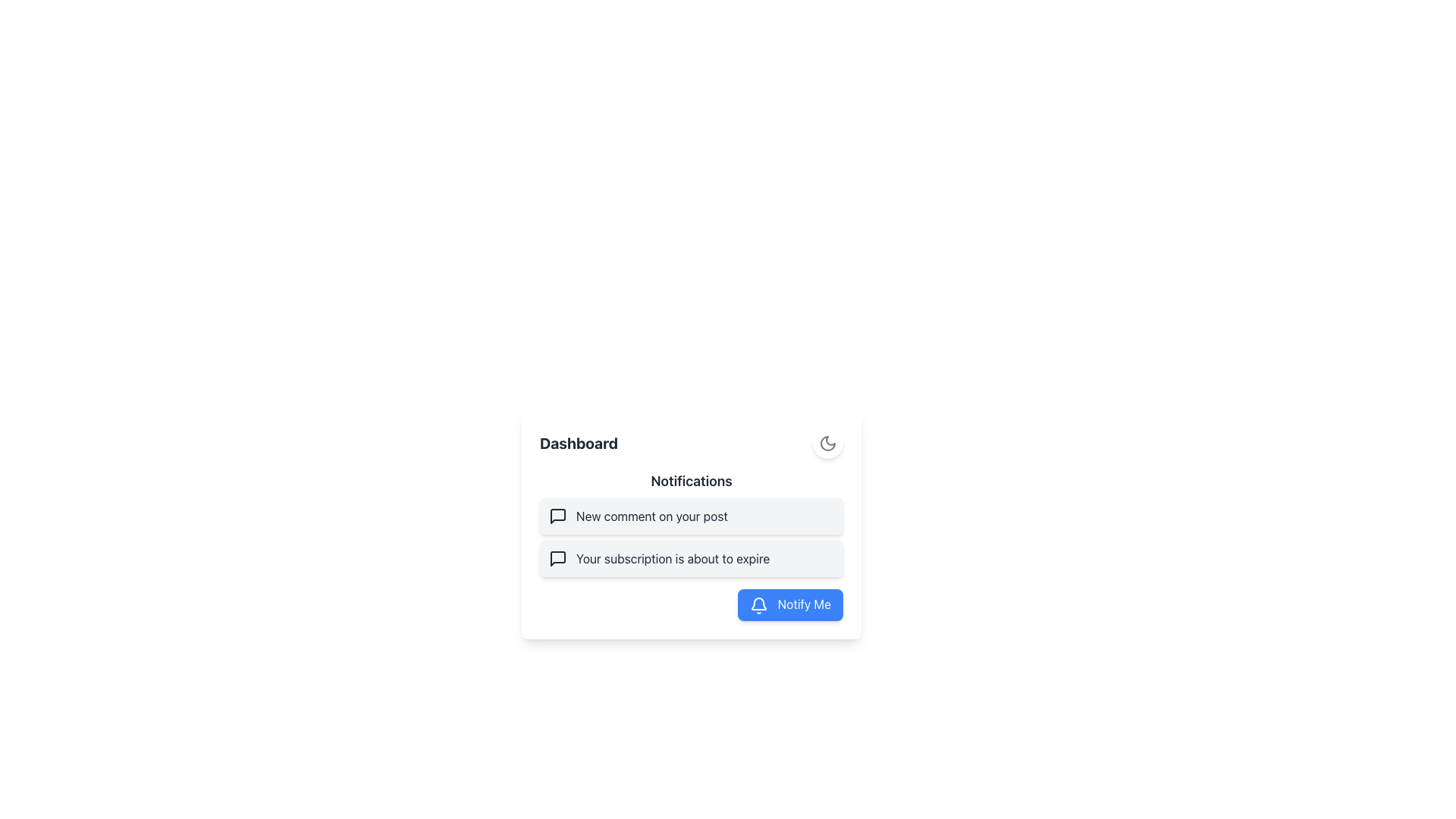 The width and height of the screenshot is (1456, 819). I want to click on the notification entry card that contains the text 'Your subscription is about to expire.' and a chat bubble icon, which is the second entry in the notifications list, so click(691, 558).